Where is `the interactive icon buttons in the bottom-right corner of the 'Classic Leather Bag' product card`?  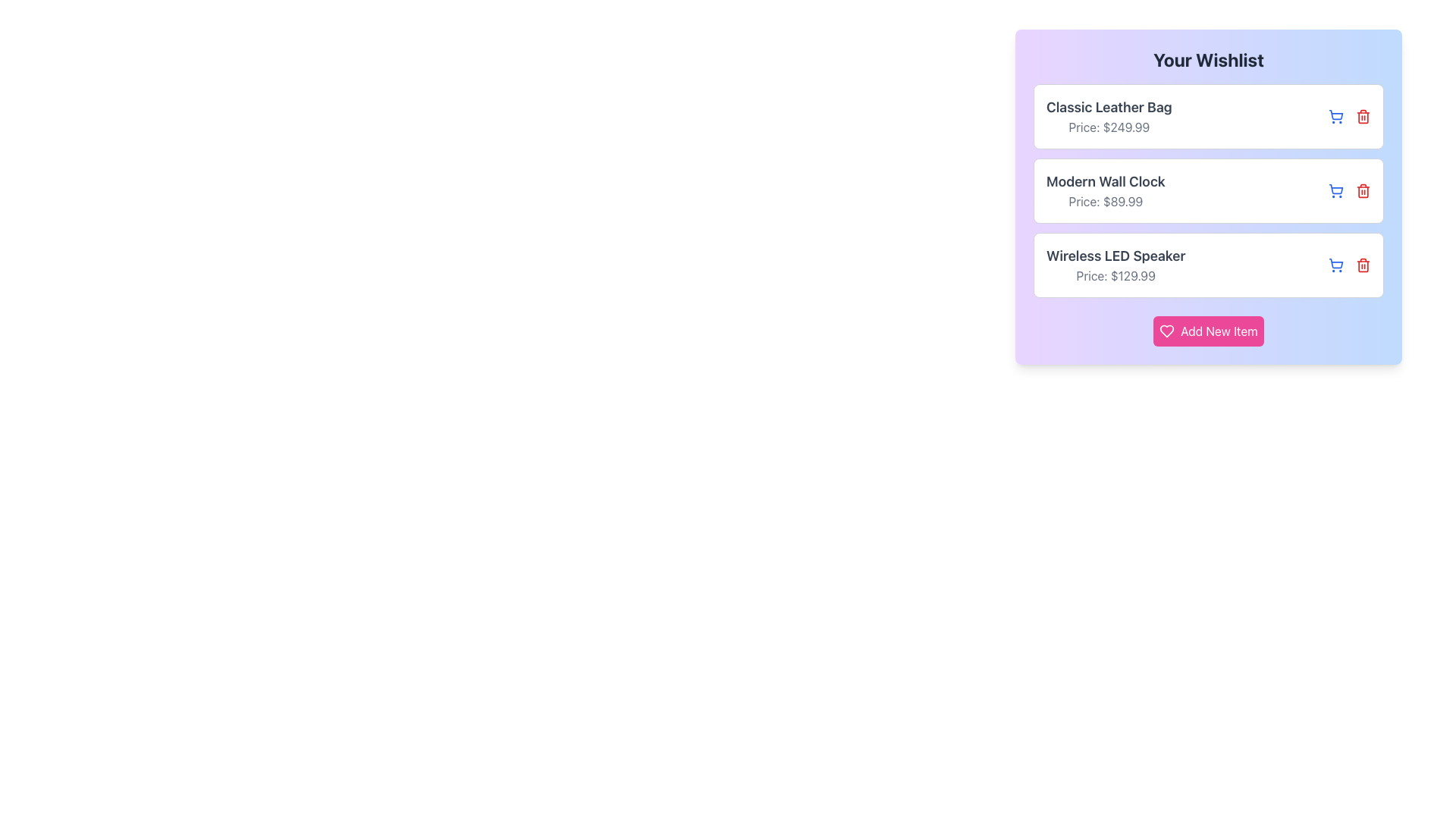 the interactive icon buttons in the bottom-right corner of the 'Classic Leather Bag' product card is located at coordinates (1350, 116).